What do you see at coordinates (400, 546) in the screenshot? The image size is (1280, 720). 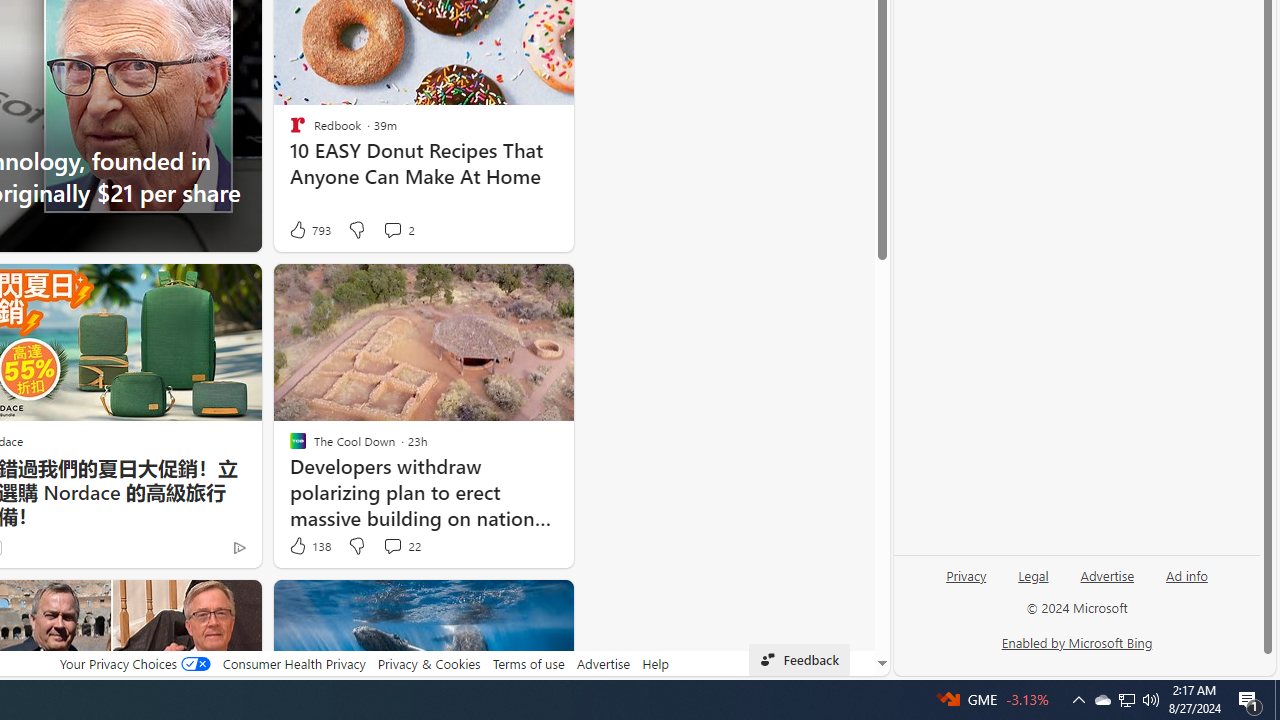 I see `'View comments 22 Comment'` at bounding box center [400, 546].